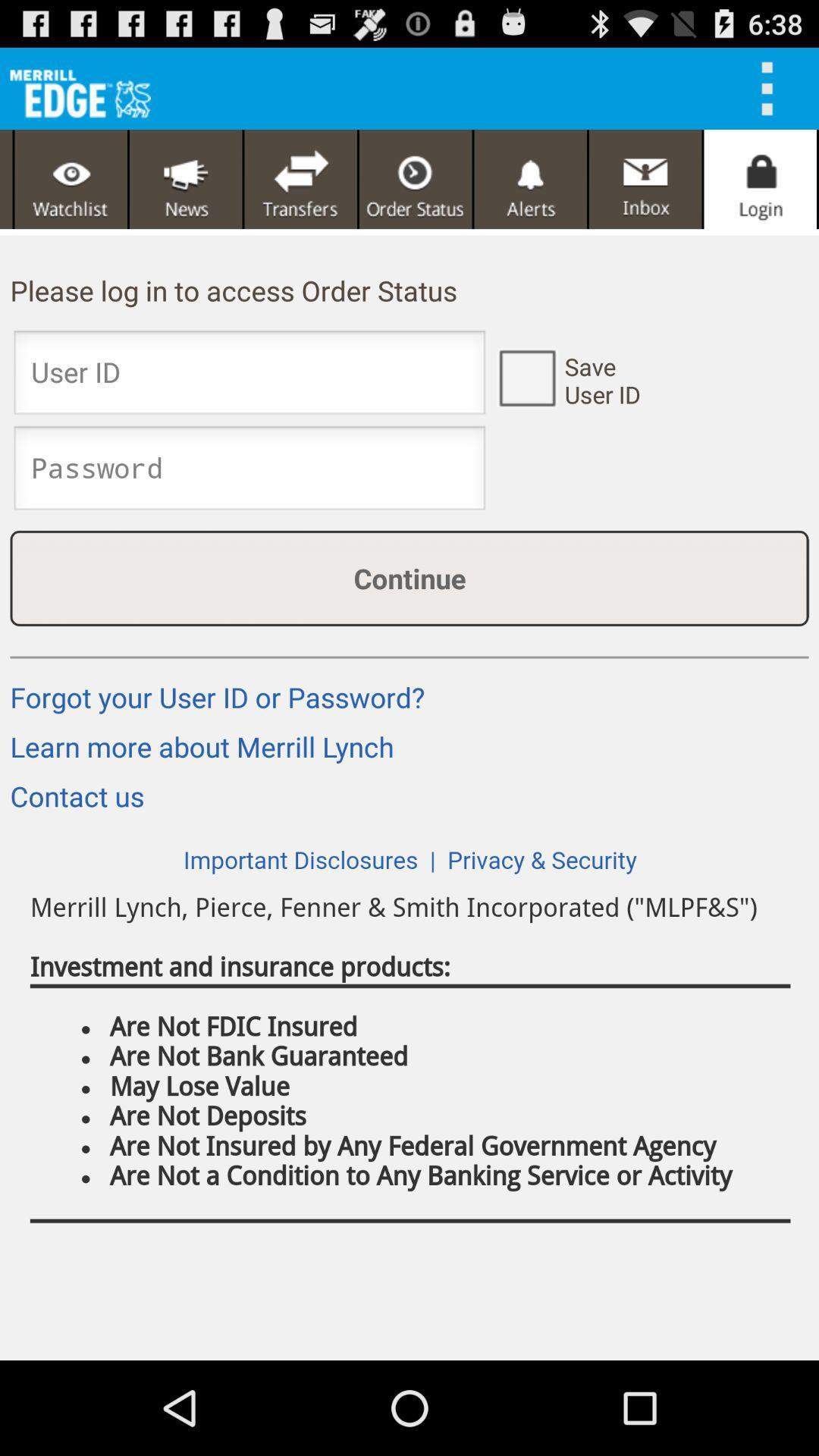  What do you see at coordinates (300, 191) in the screenshot?
I see `the compare icon` at bounding box center [300, 191].